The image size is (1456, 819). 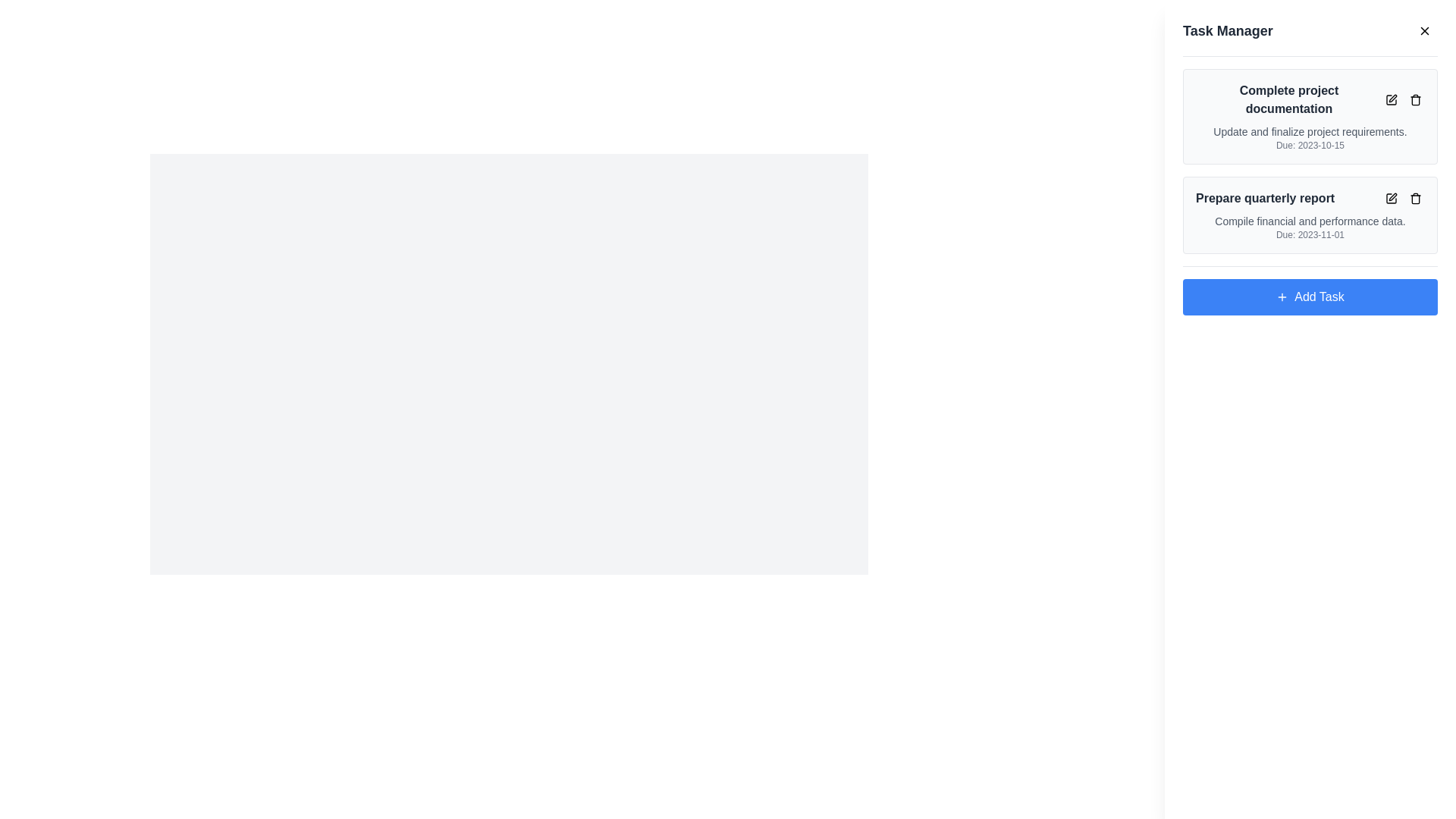 What do you see at coordinates (1310, 116) in the screenshot?
I see `the 'Complete project documentation' card in the Task Manager section` at bounding box center [1310, 116].